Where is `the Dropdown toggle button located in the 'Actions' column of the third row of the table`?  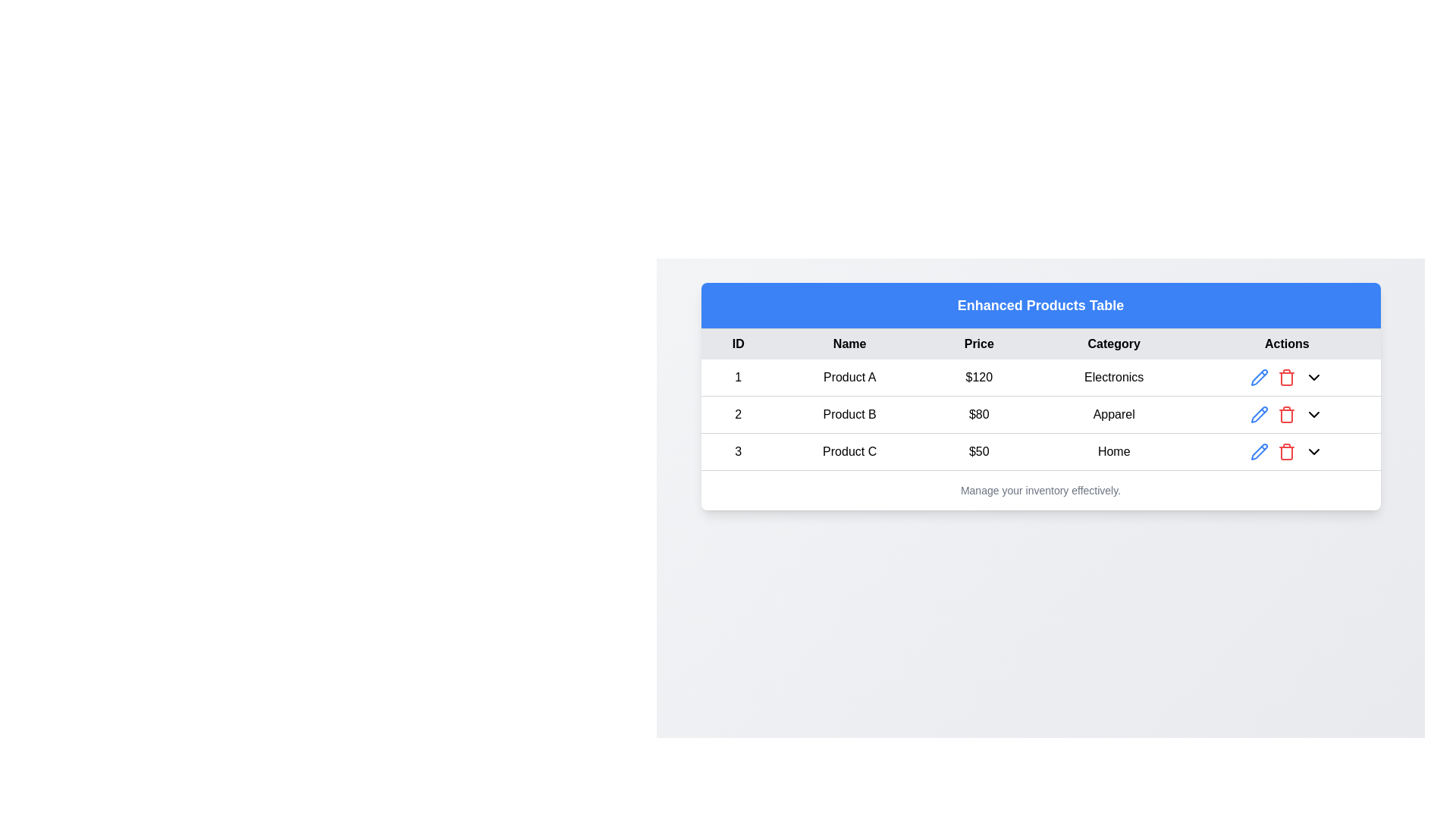
the Dropdown toggle button located in the 'Actions' column of the third row of the table is located at coordinates (1313, 451).